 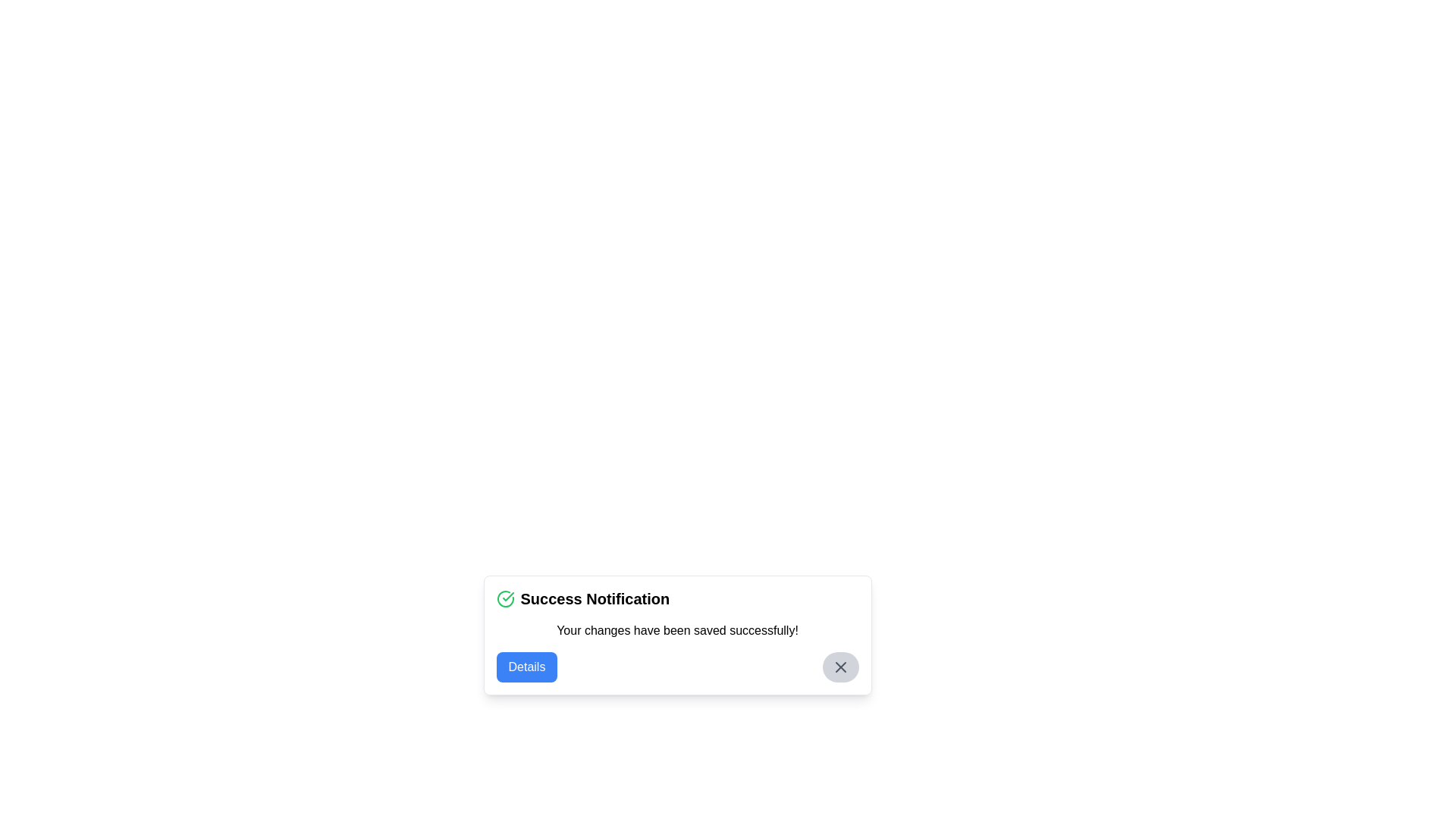 What do you see at coordinates (594, 598) in the screenshot?
I see `the text label that serves as a heading for the success notification, located at the top of the notification box, immediately to the right of the green checkmark icon` at bounding box center [594, 598].